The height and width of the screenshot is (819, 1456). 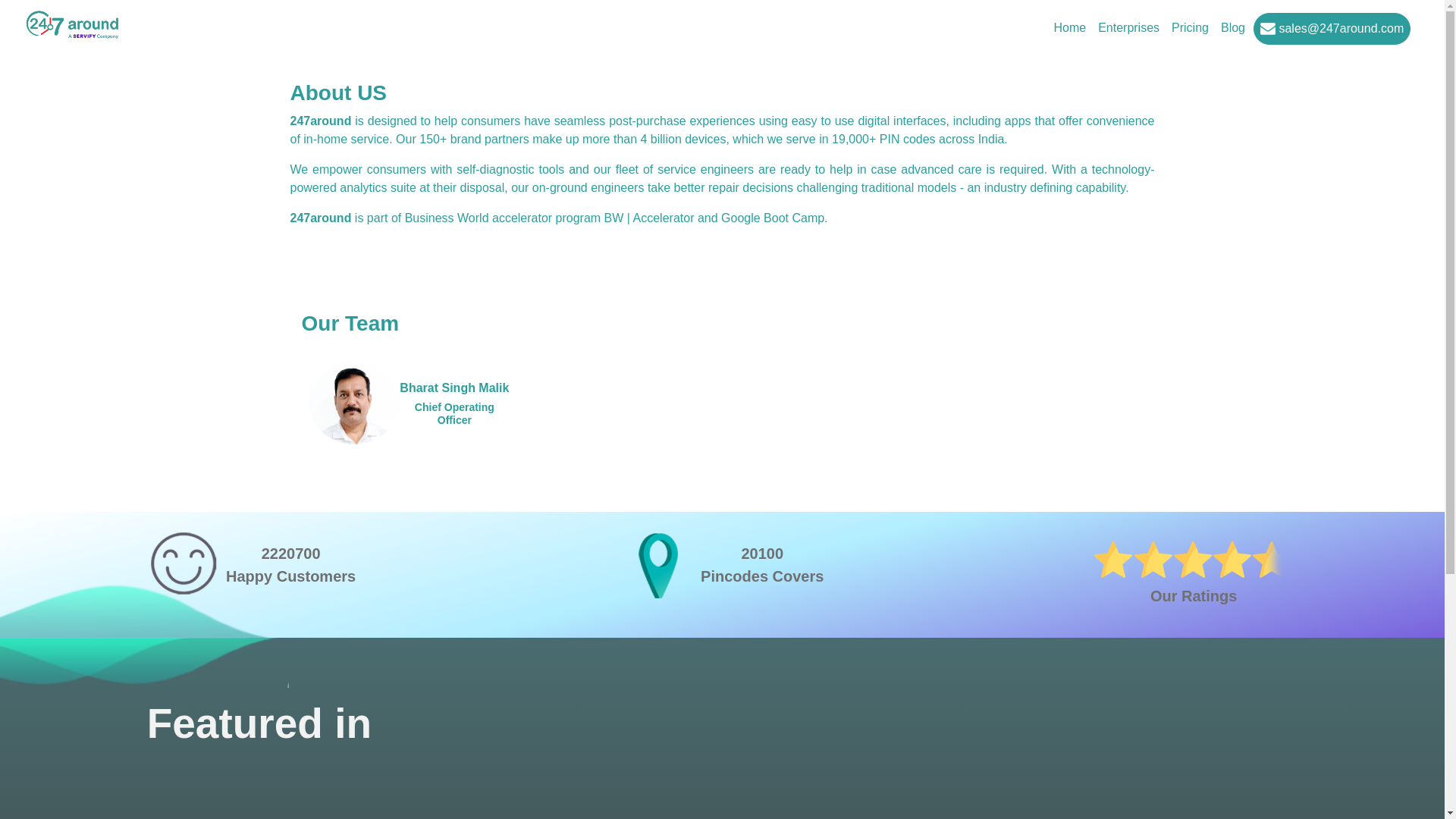 What do you see at coordinates (649, 218) in the screenshot?
I see `'BW | Accelerator'` at bounding box center [649, 218].